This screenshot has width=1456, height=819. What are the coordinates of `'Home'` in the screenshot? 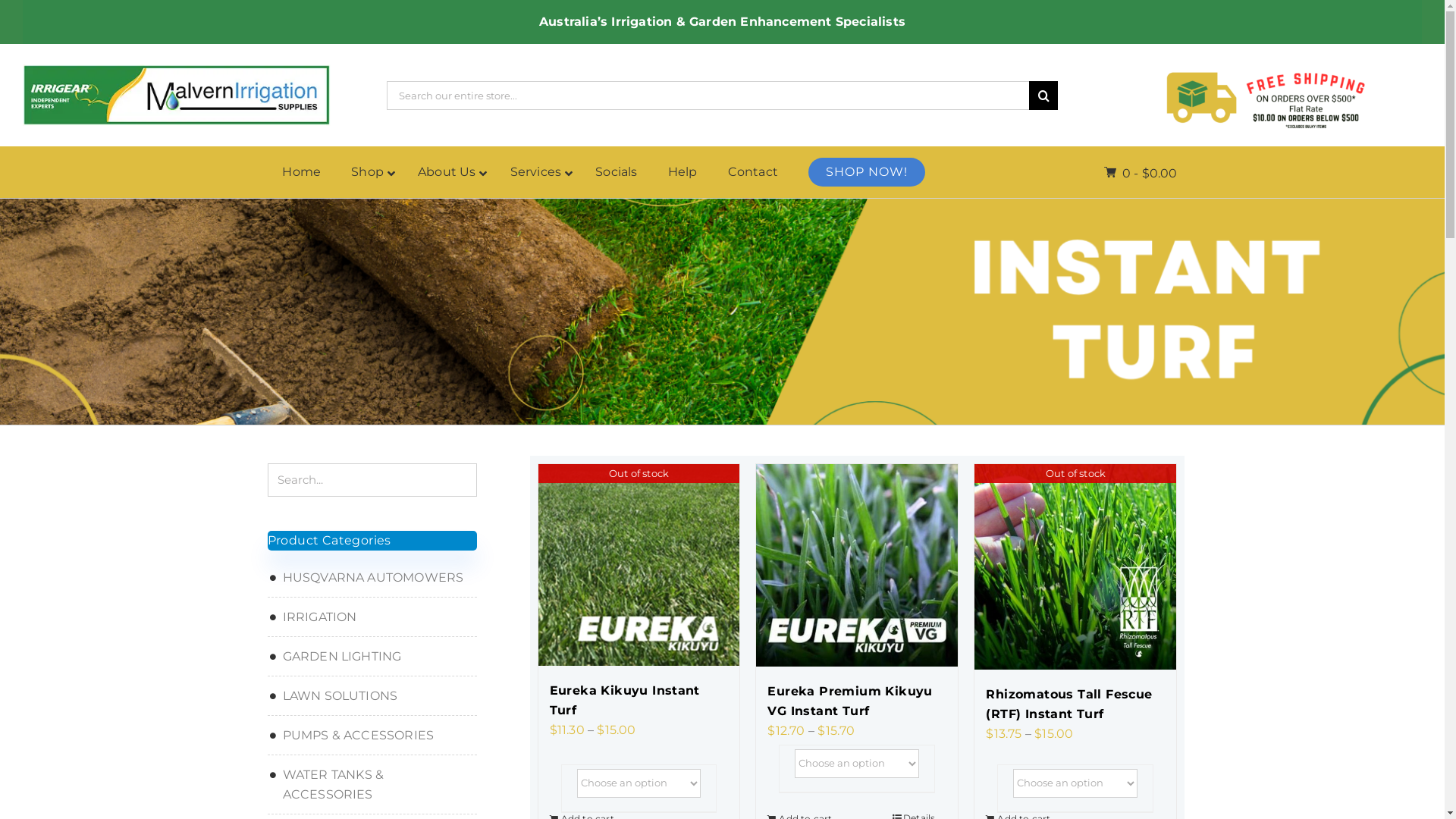 It's located at (266, 171).